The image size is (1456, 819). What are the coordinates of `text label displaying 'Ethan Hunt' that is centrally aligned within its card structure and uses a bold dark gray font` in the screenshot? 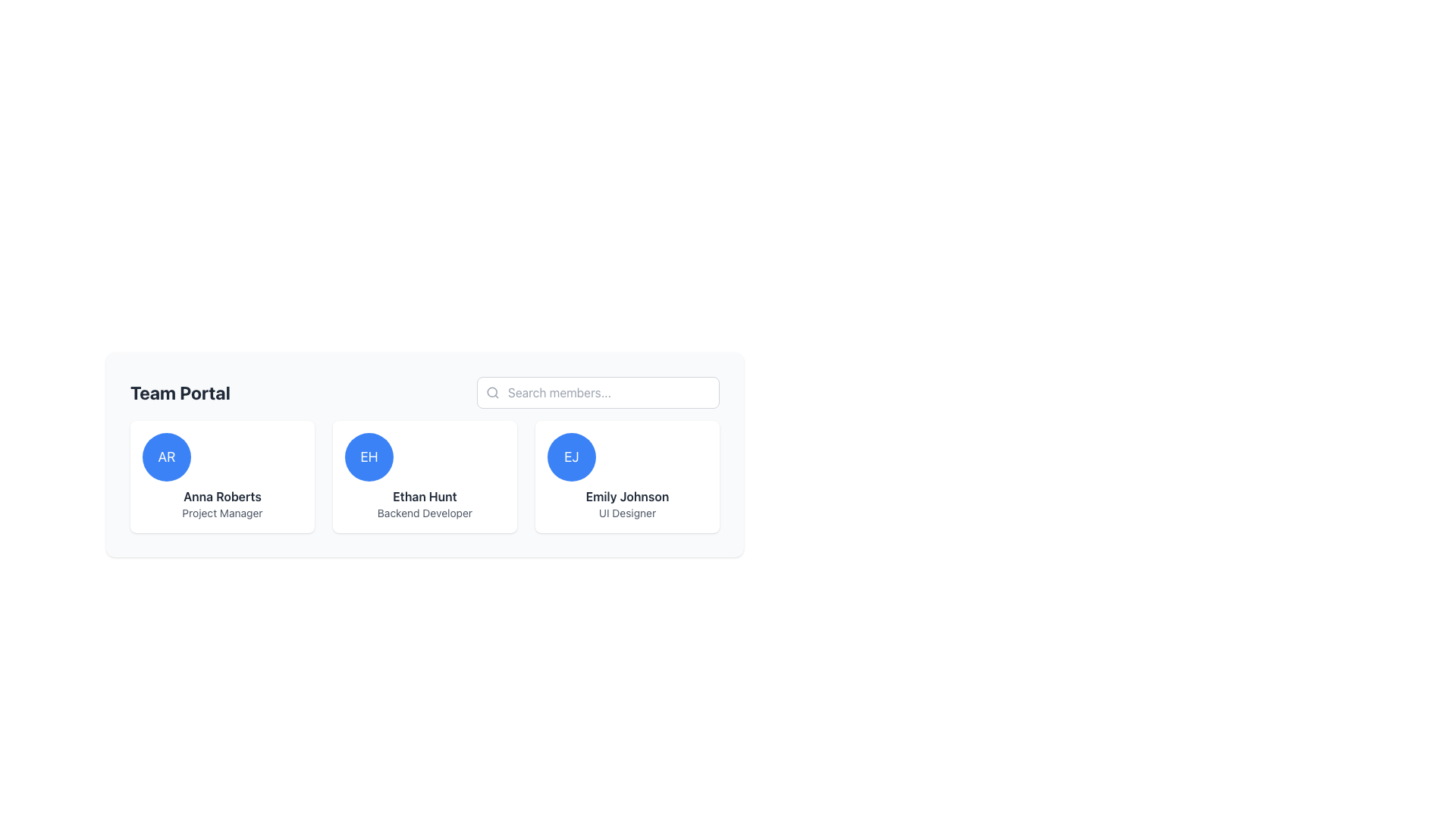 It's located at (425, 497).